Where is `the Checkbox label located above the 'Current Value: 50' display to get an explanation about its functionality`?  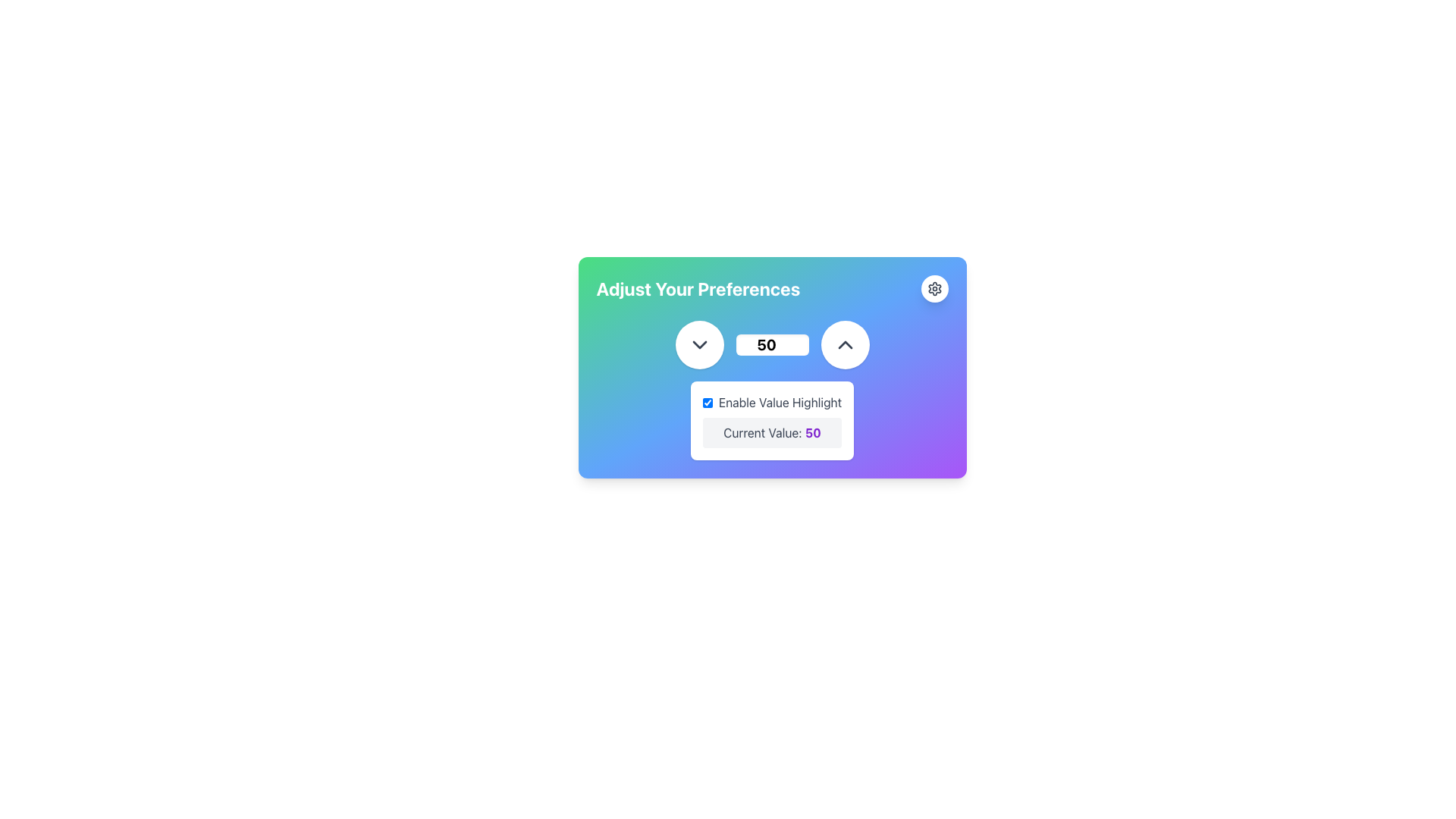 the Checkbox label located above the 'Current Value: 50' display to get an explanation about its functionality is located at coordinates (772, 402).